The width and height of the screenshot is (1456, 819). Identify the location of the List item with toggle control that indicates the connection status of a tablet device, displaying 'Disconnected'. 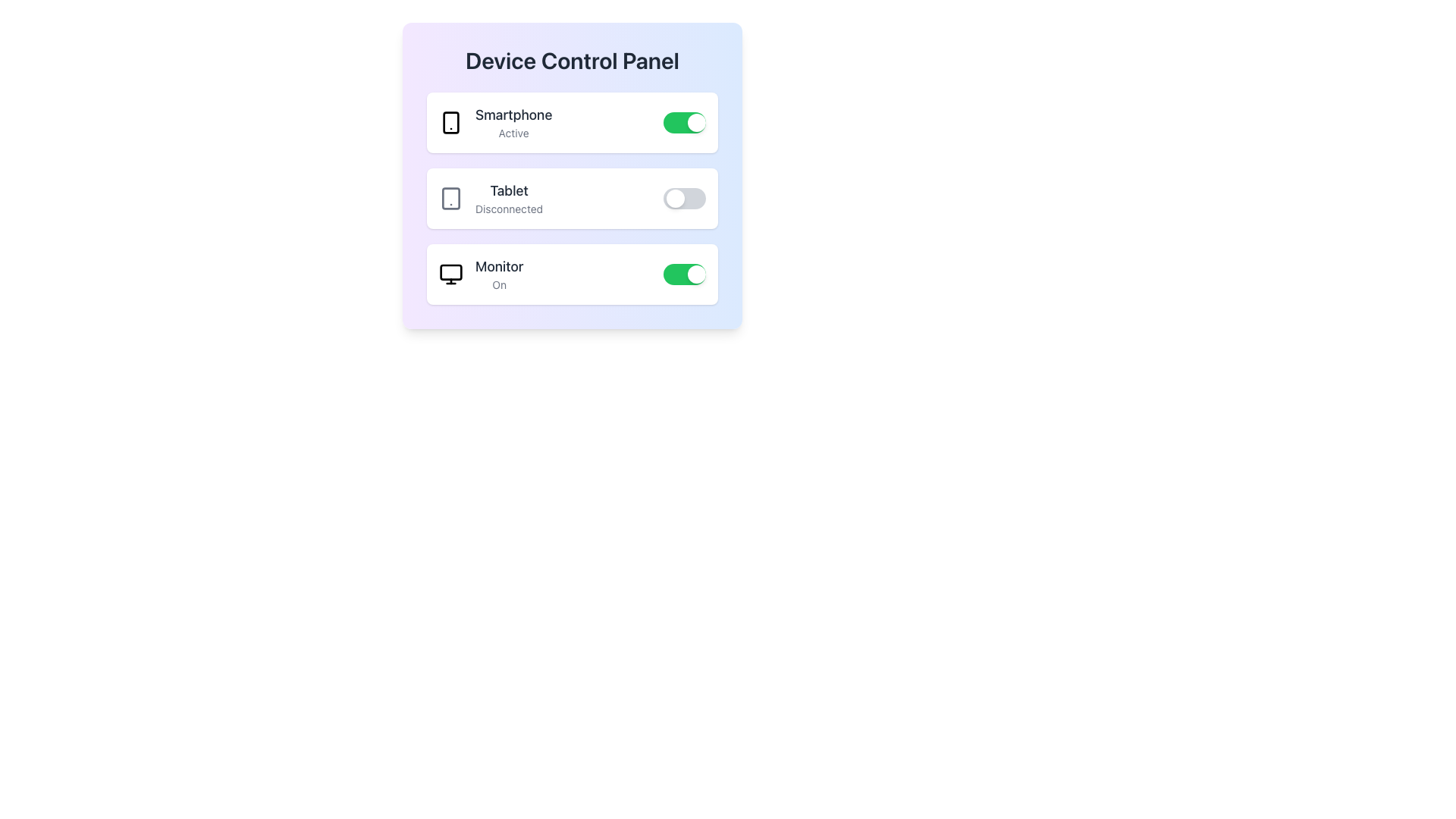
(571, 198).